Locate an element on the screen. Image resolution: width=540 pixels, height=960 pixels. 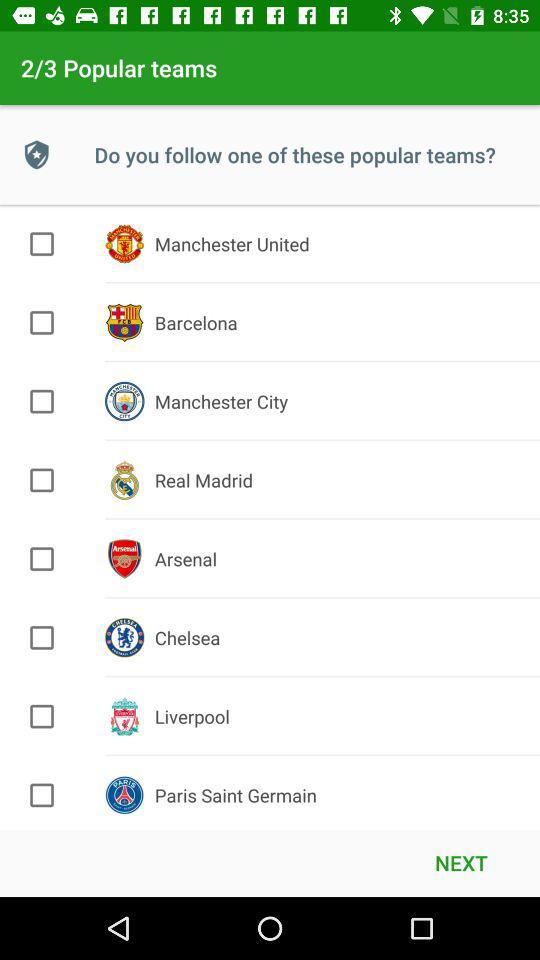
the first check box is located at coordinates (42, 243).